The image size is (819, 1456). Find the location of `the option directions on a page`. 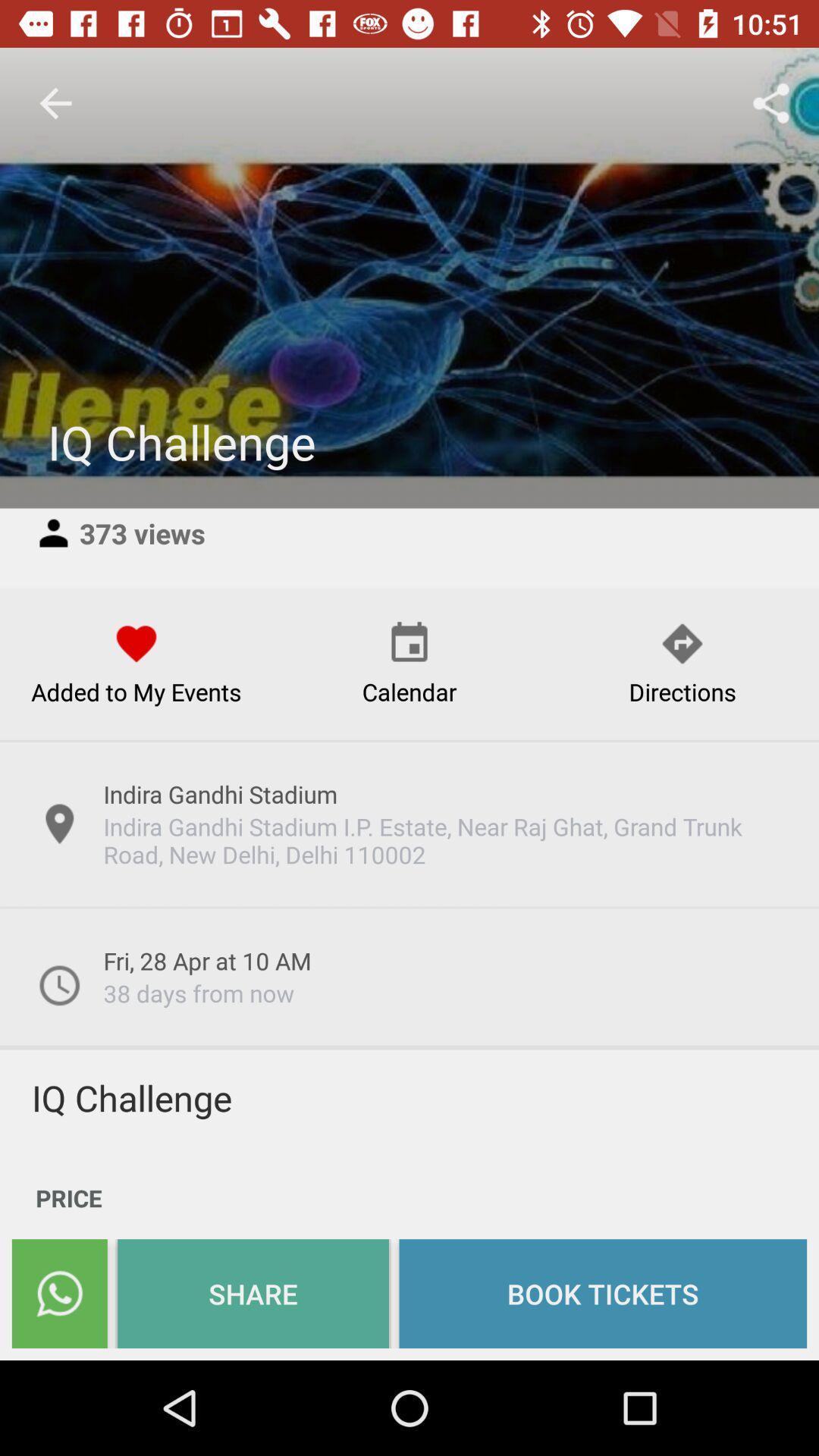

the option directions on a page is located at coordinates (681, 664).